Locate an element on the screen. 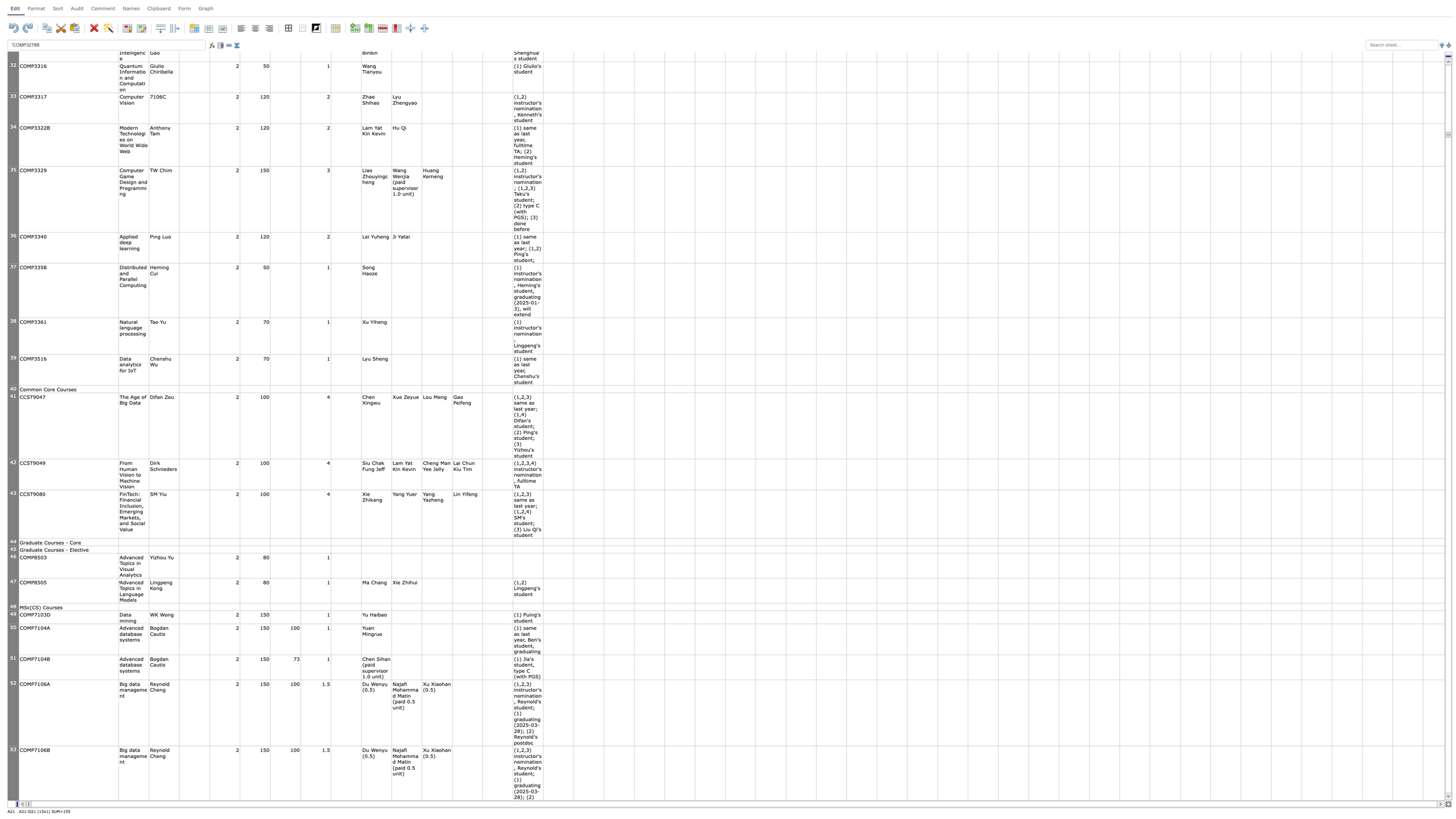  row 46 is located at coordinates (13, 565).